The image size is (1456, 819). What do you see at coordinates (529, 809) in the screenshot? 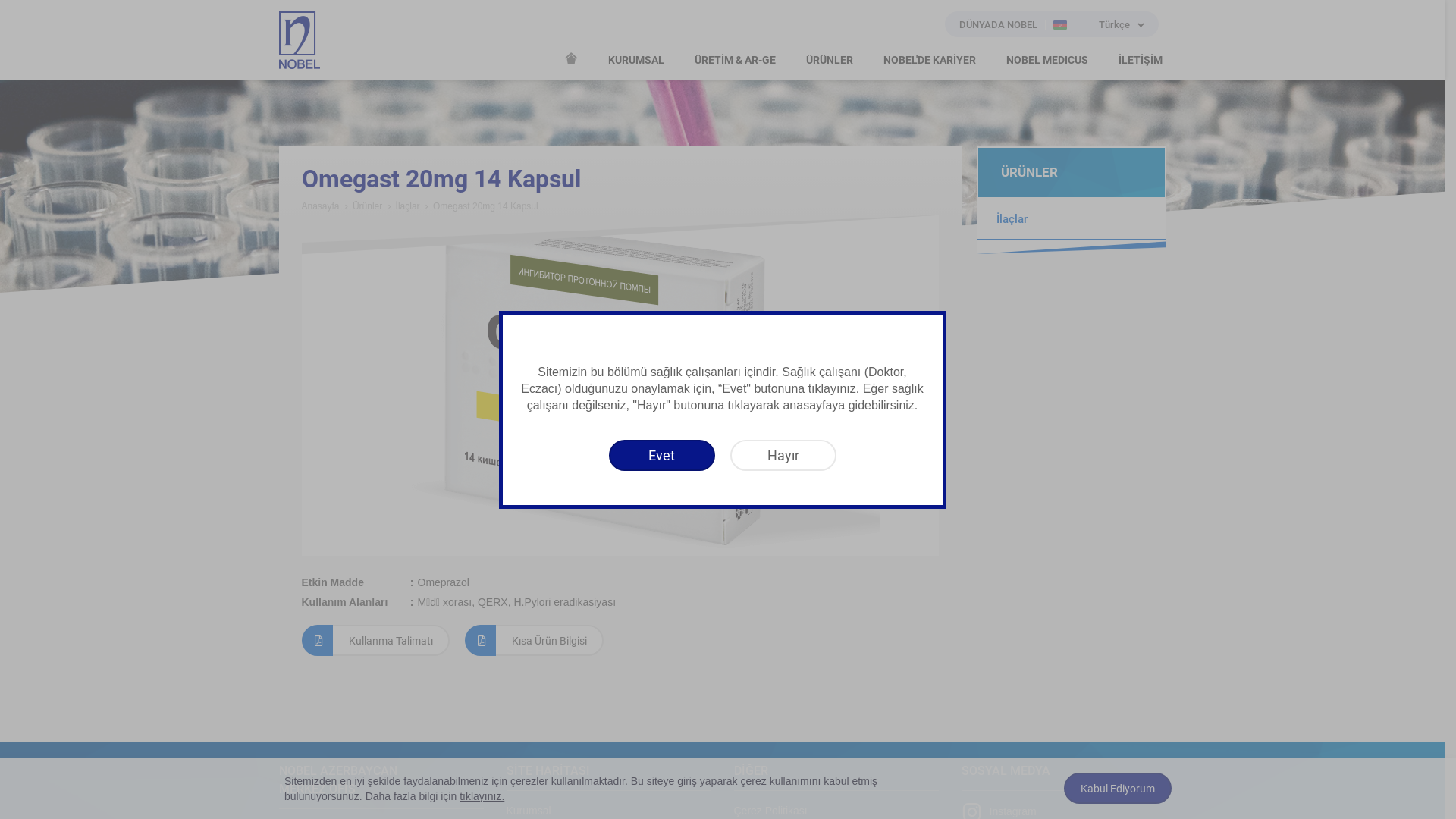
I see `'Kurumsal'` at bounding box center [529, 809].